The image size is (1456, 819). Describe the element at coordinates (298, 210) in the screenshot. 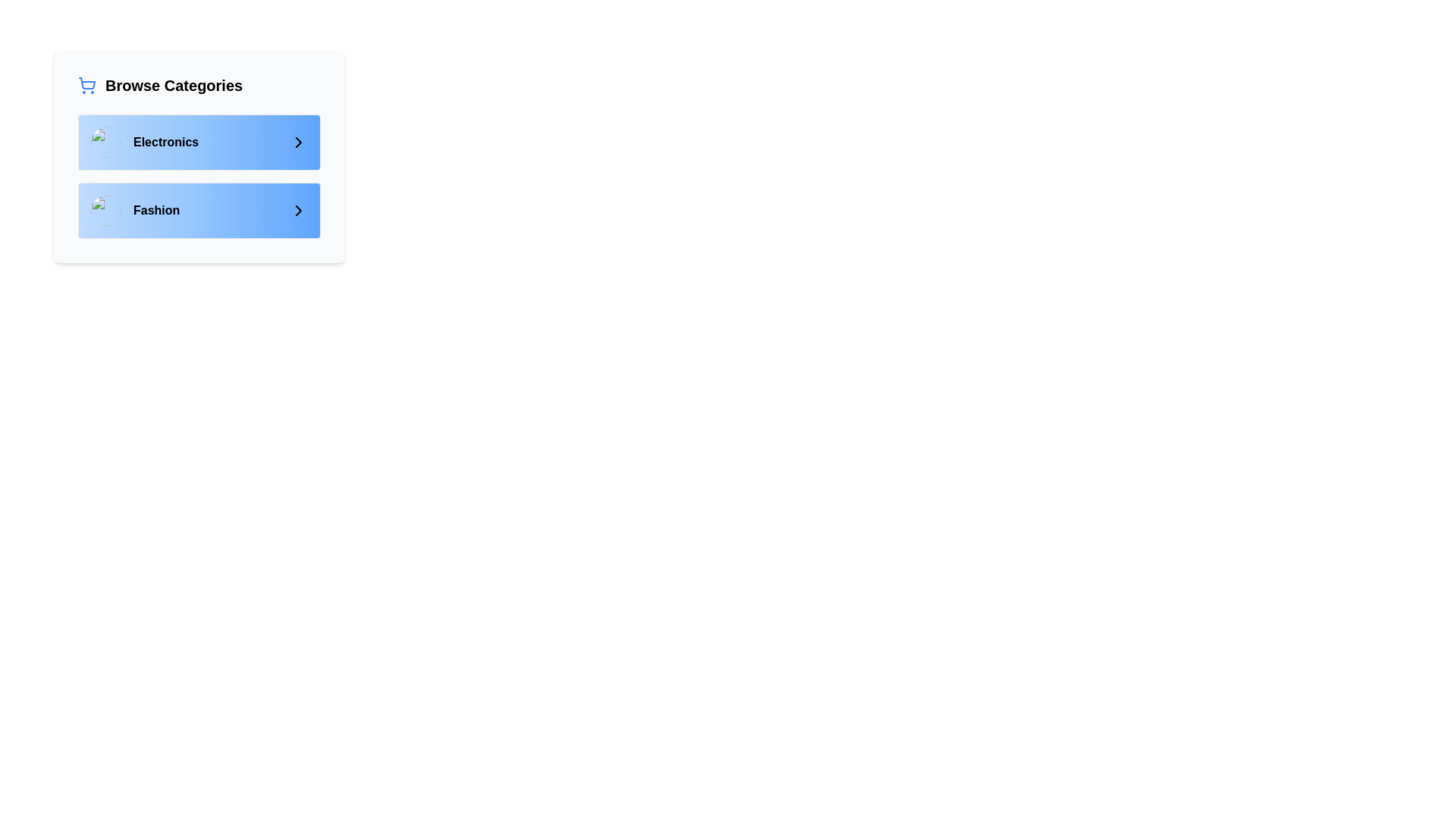

I see `the right-pointing chevron icon within the 'Fashion' menu button` at that location.